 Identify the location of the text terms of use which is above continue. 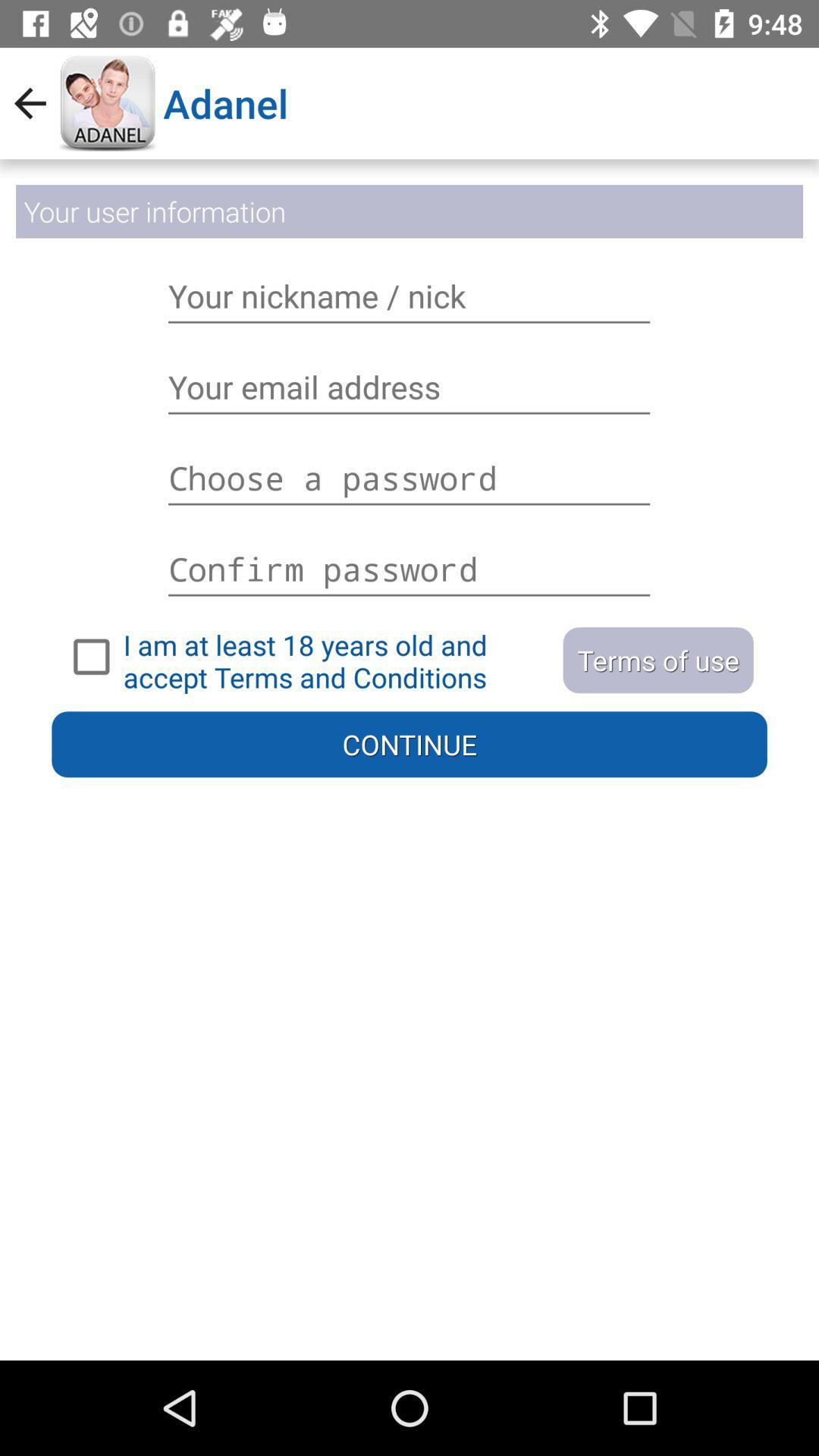
(657, 660).